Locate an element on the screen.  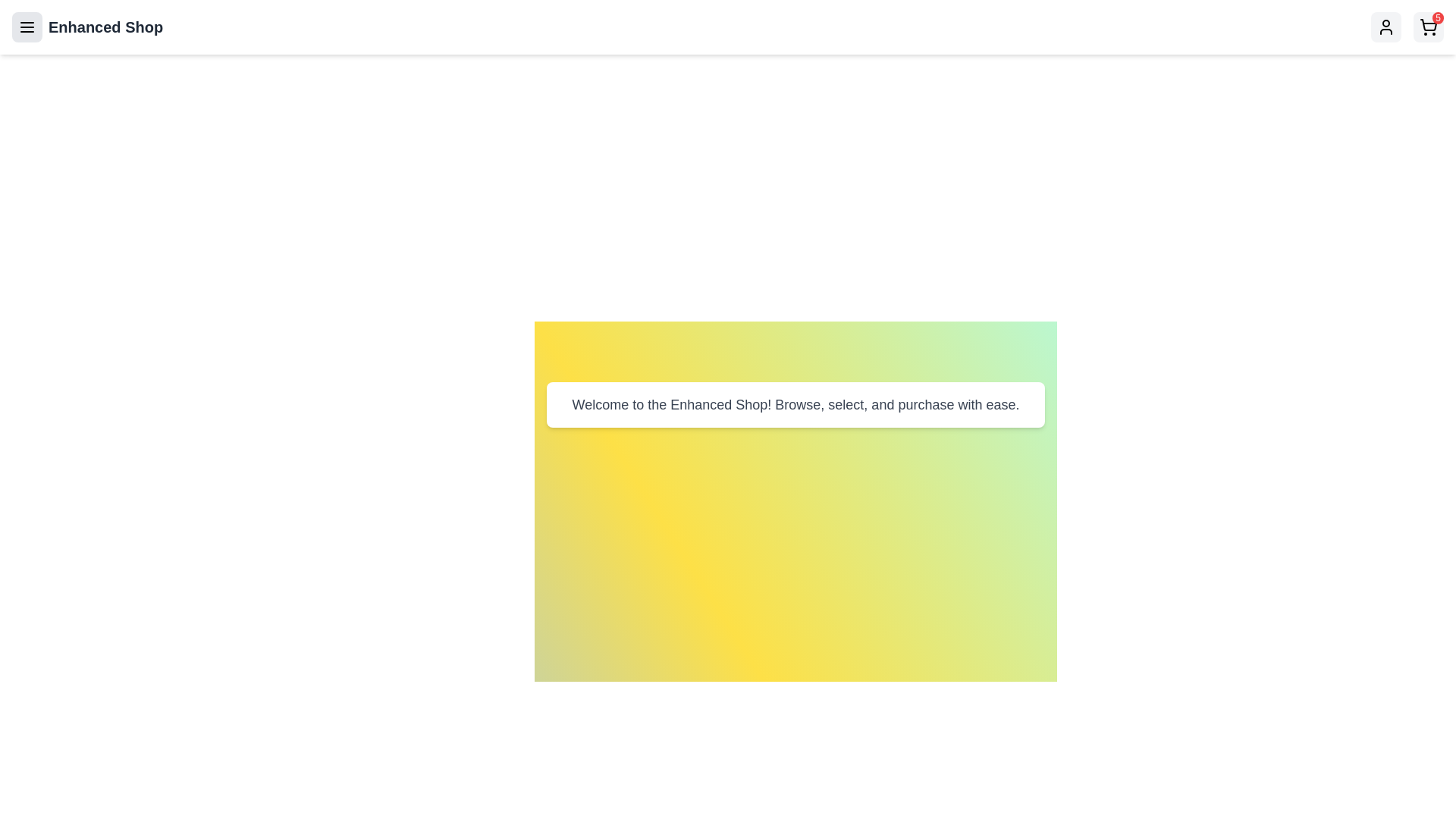
the menu icon to toggle the menu is located at coordinates (27, 27).